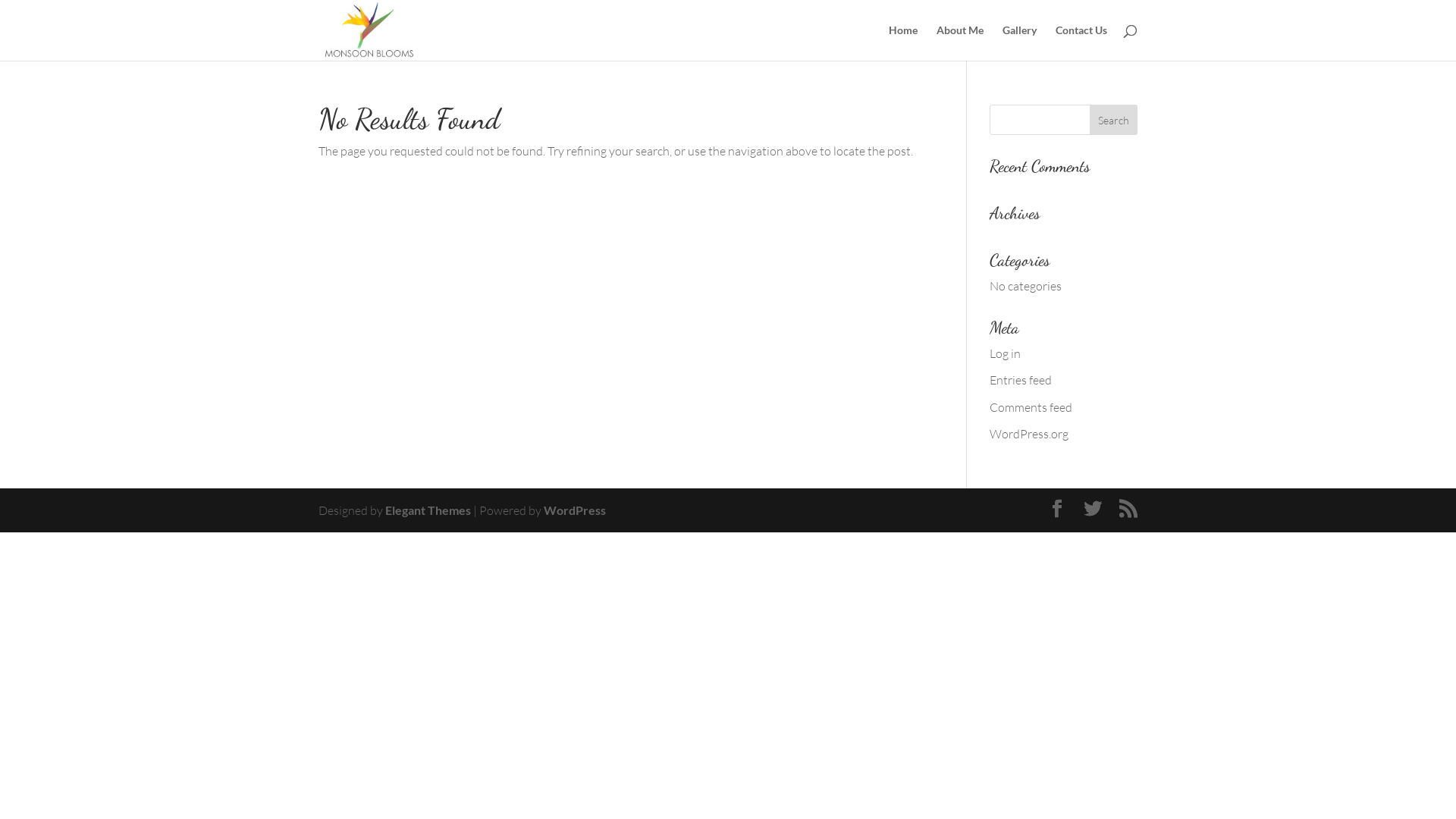 This screenshot has height=819, width=1456. Describe the element at coordinates (1080, 42) in the screenshot. I see `'Contact Us'` at that location.